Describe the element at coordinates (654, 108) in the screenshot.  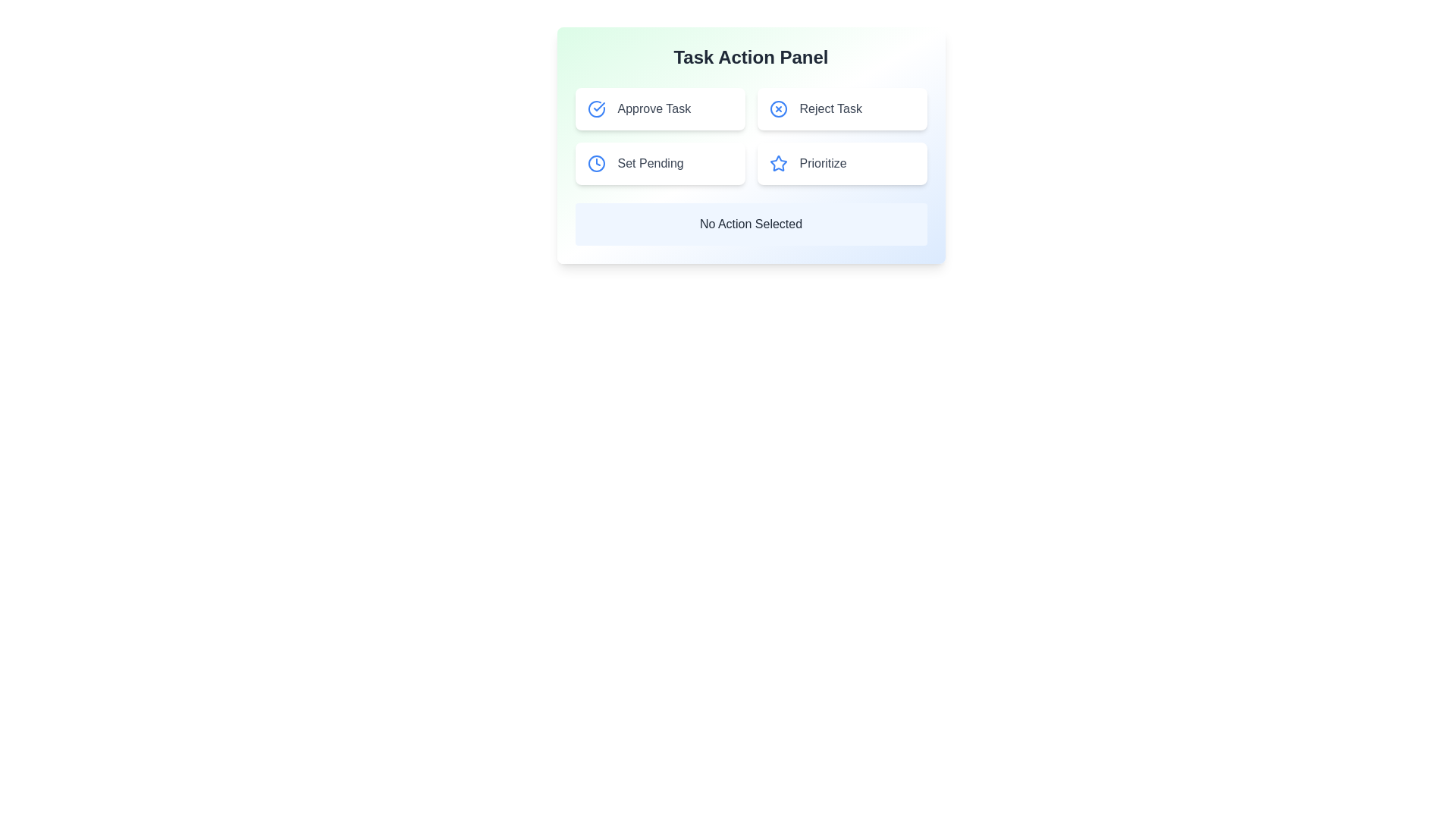
I see `the text label that provides context for the approval button, located towards the right-hand side of the button in the top-left quadrant of the Task Action Panel` at that location.